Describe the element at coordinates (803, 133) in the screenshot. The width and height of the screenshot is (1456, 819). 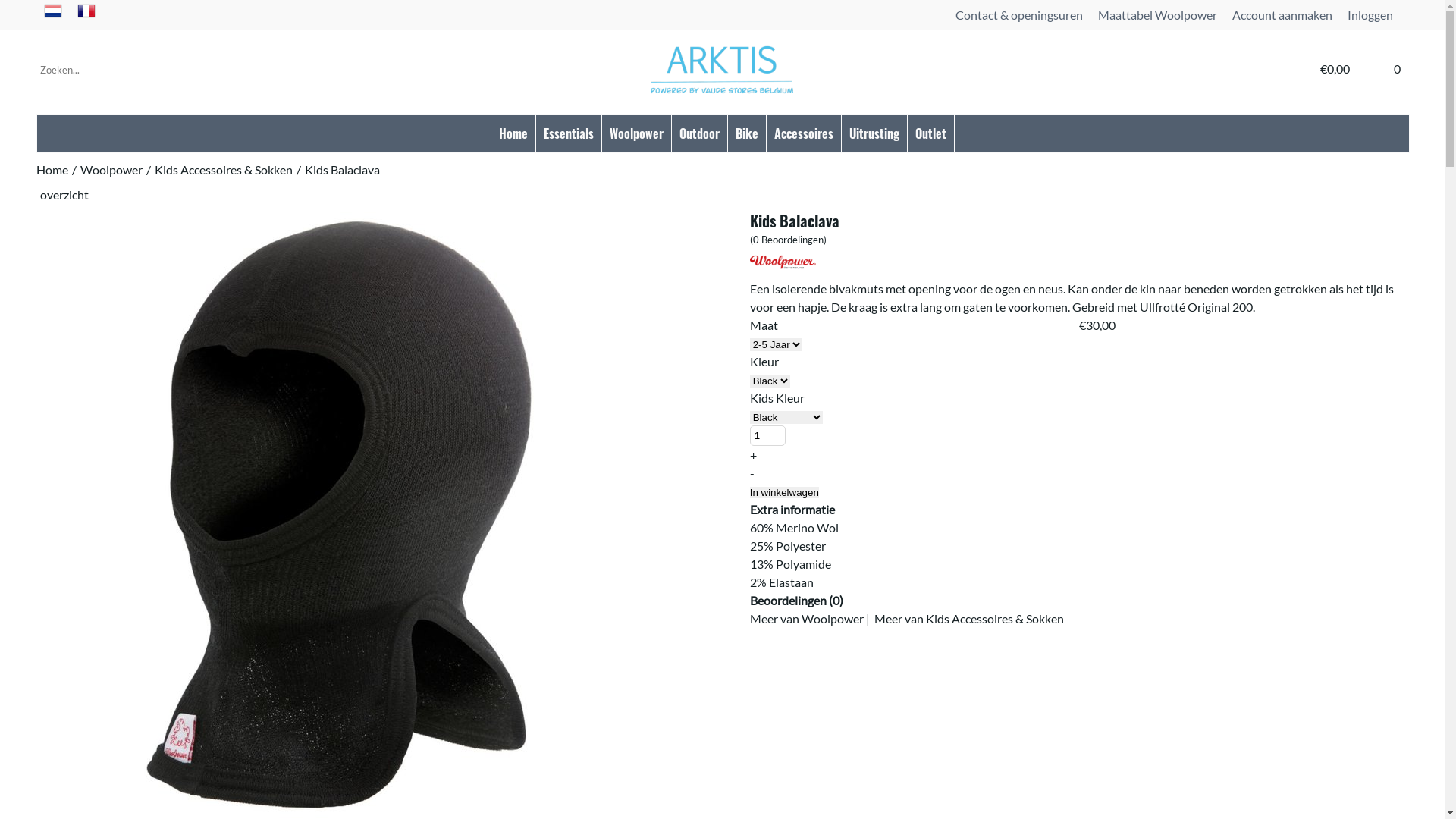
I see `'Accessoires'` at that location.